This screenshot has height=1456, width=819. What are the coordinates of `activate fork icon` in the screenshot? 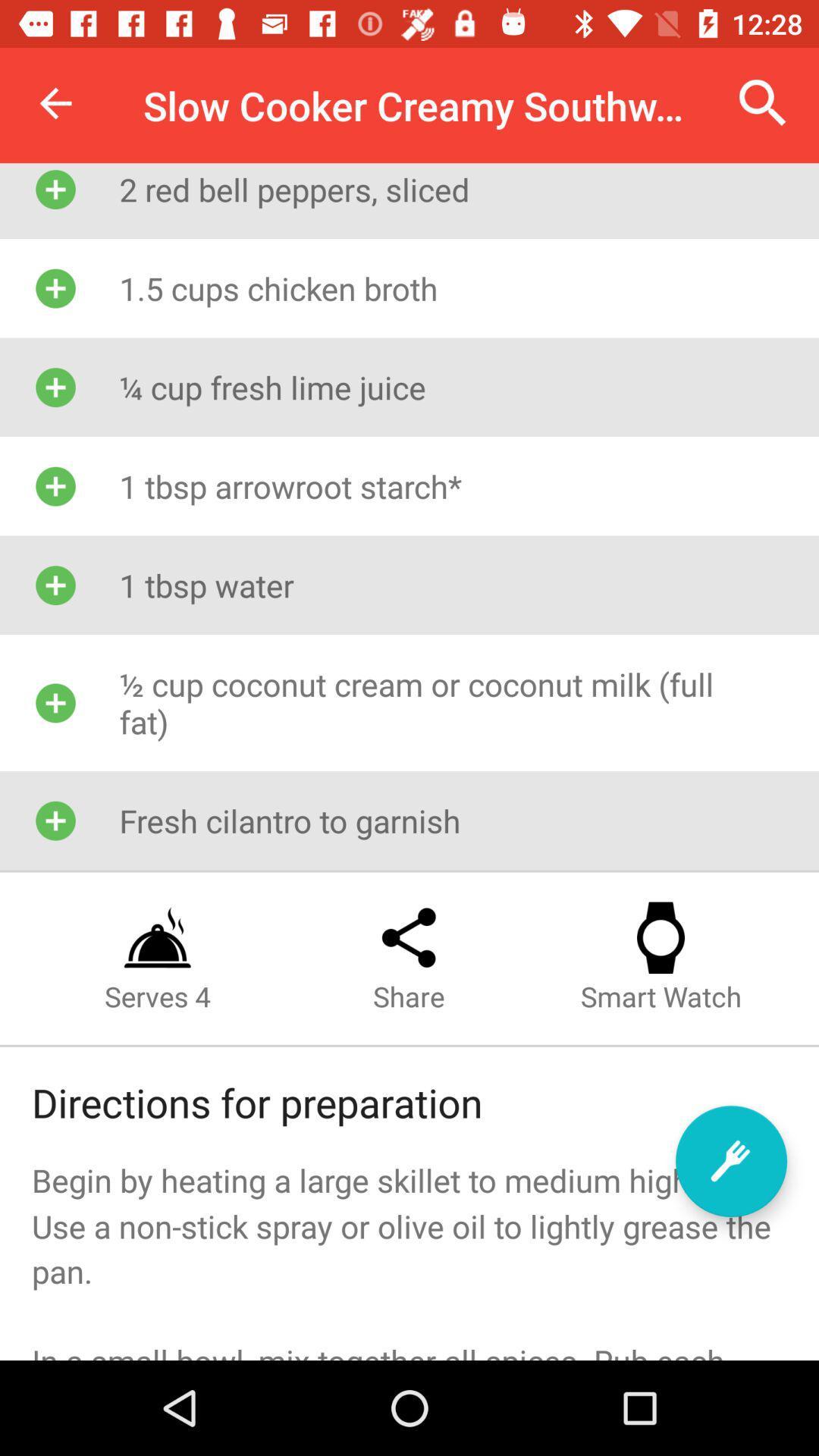 It's located at (730, 1160).